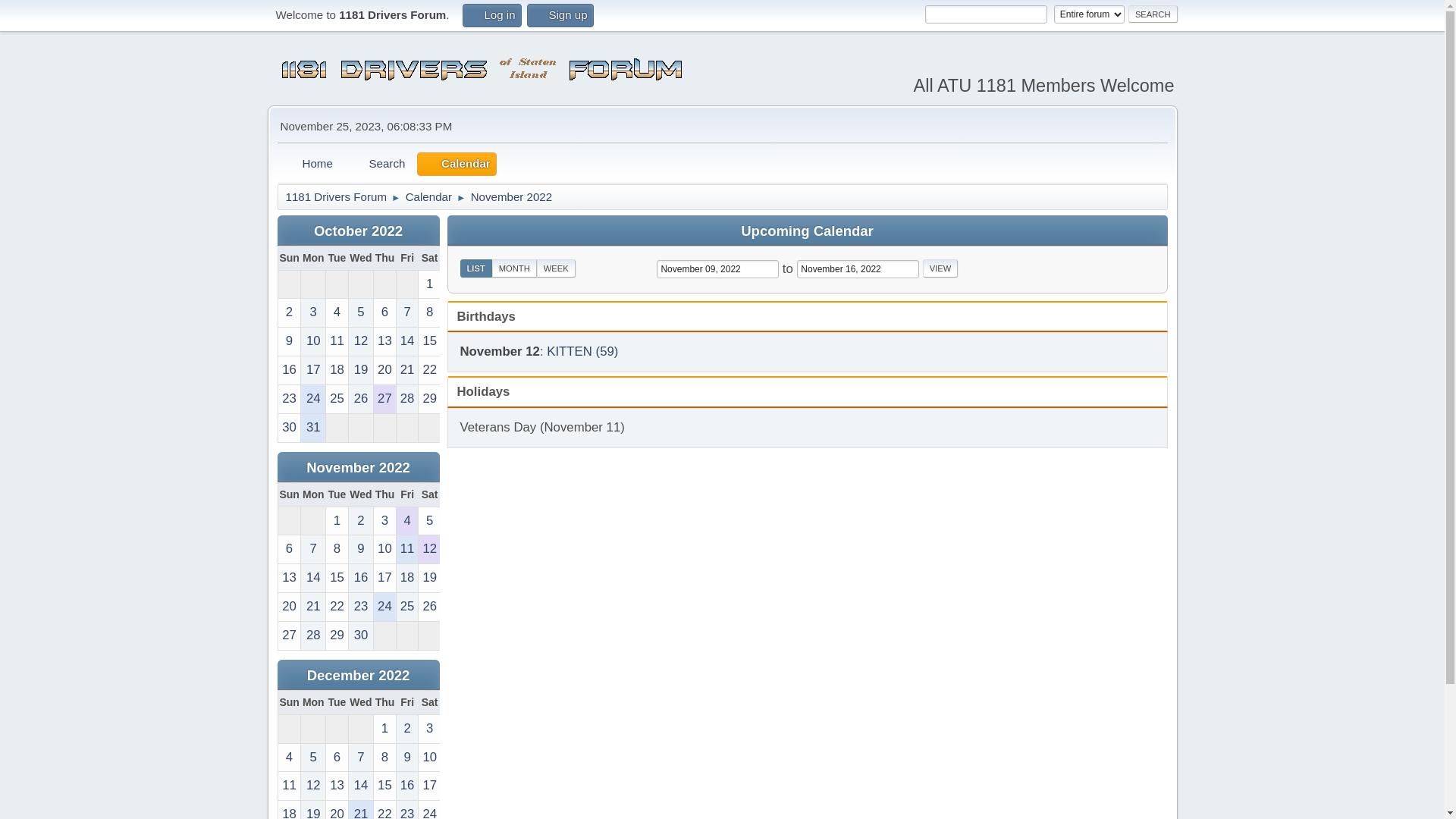 This screenshot has width=1456, height=819. What do you see at coordinates (1153, 14) in the screenshot?
I see `'Search'` at bounding box center [1153, 14].